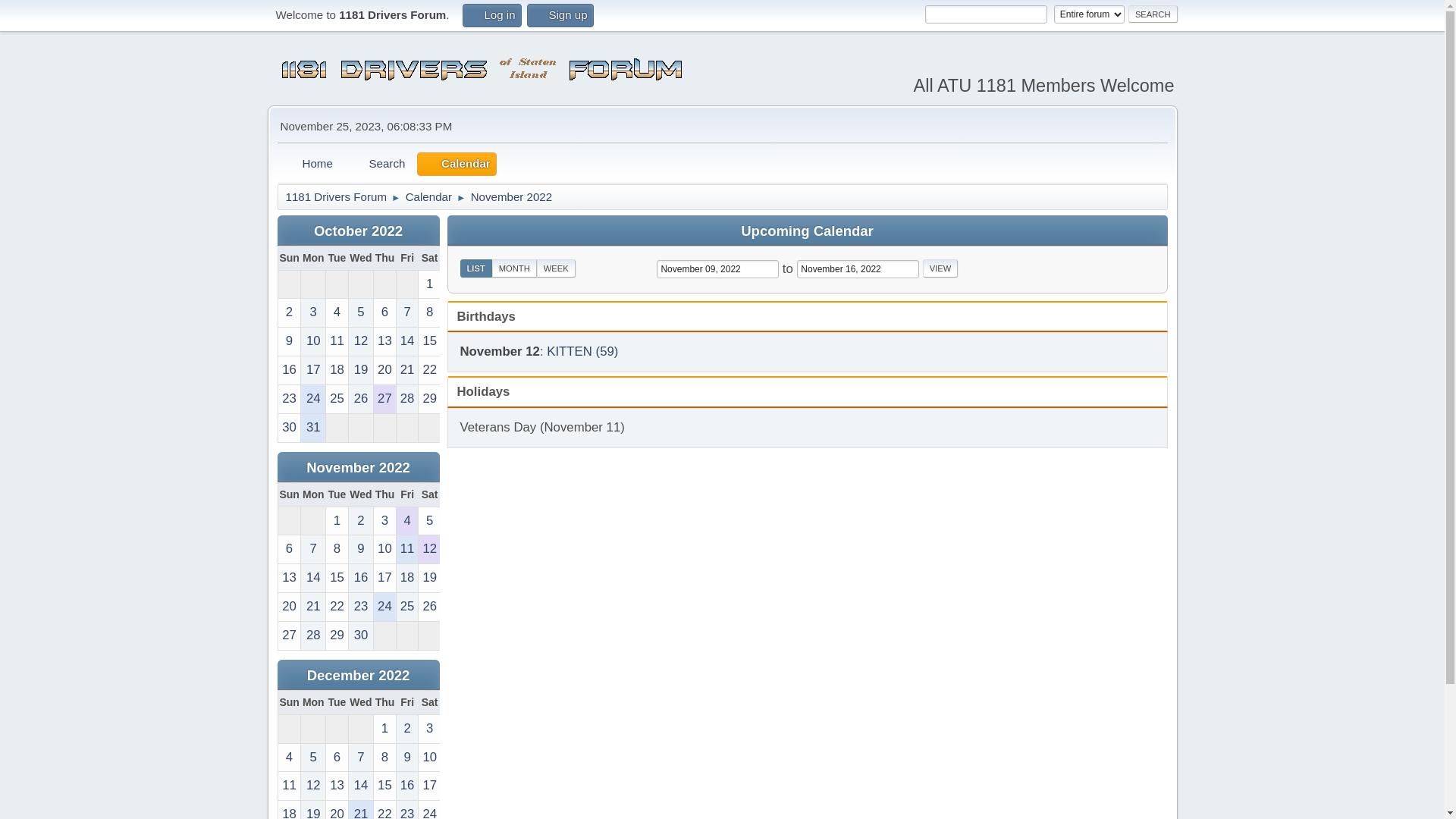 This screenshot has width=1456, height=819. What do you see at coordinates (1153, 14) in the screenshot?
I see `'Search'` at bounding box center [1153, 14].